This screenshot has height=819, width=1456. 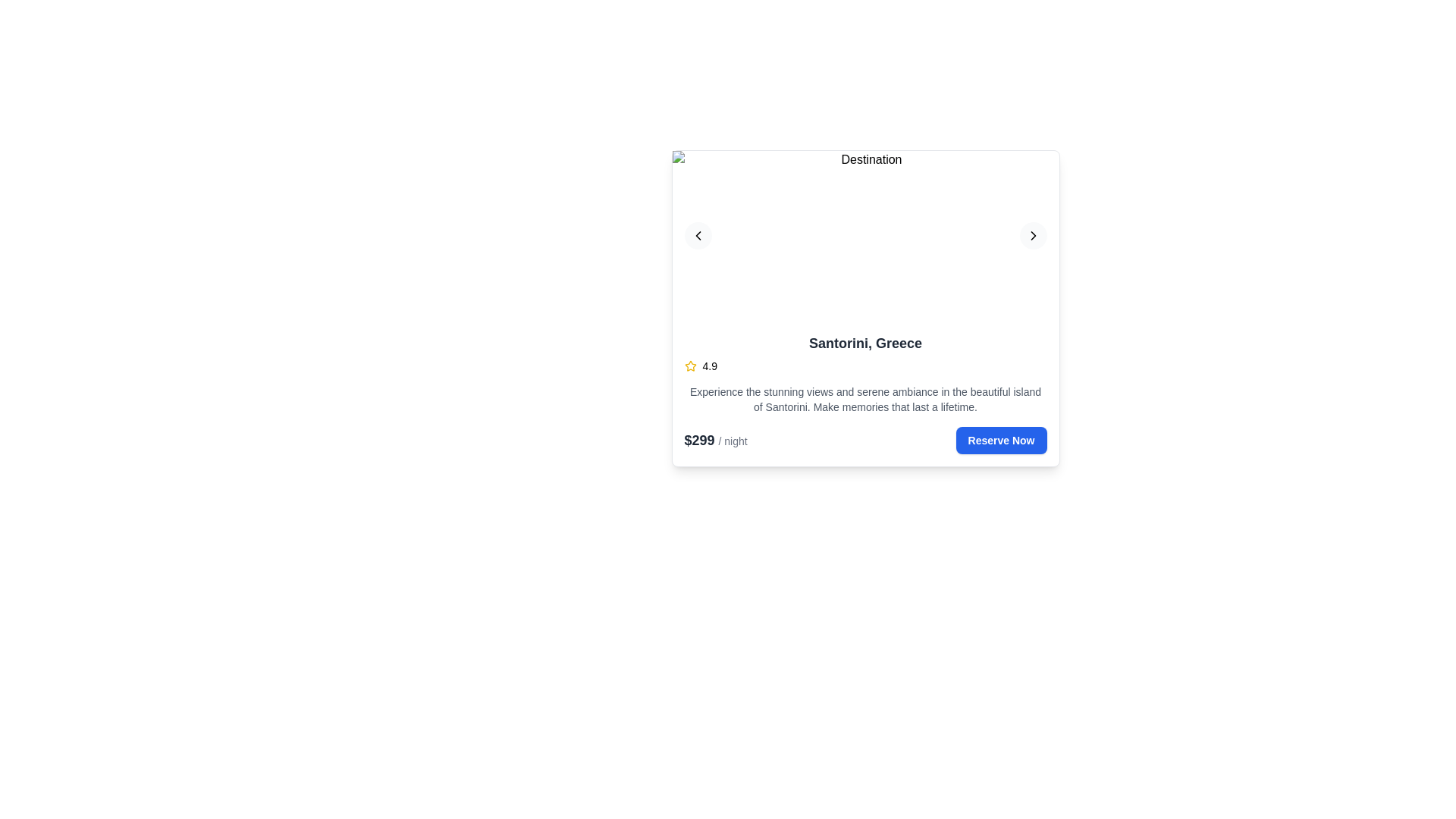 I want to click on the circular button with a gray background and a rightward-pointing chevron icon at its center for interaction, so click(x=1032, y=236).